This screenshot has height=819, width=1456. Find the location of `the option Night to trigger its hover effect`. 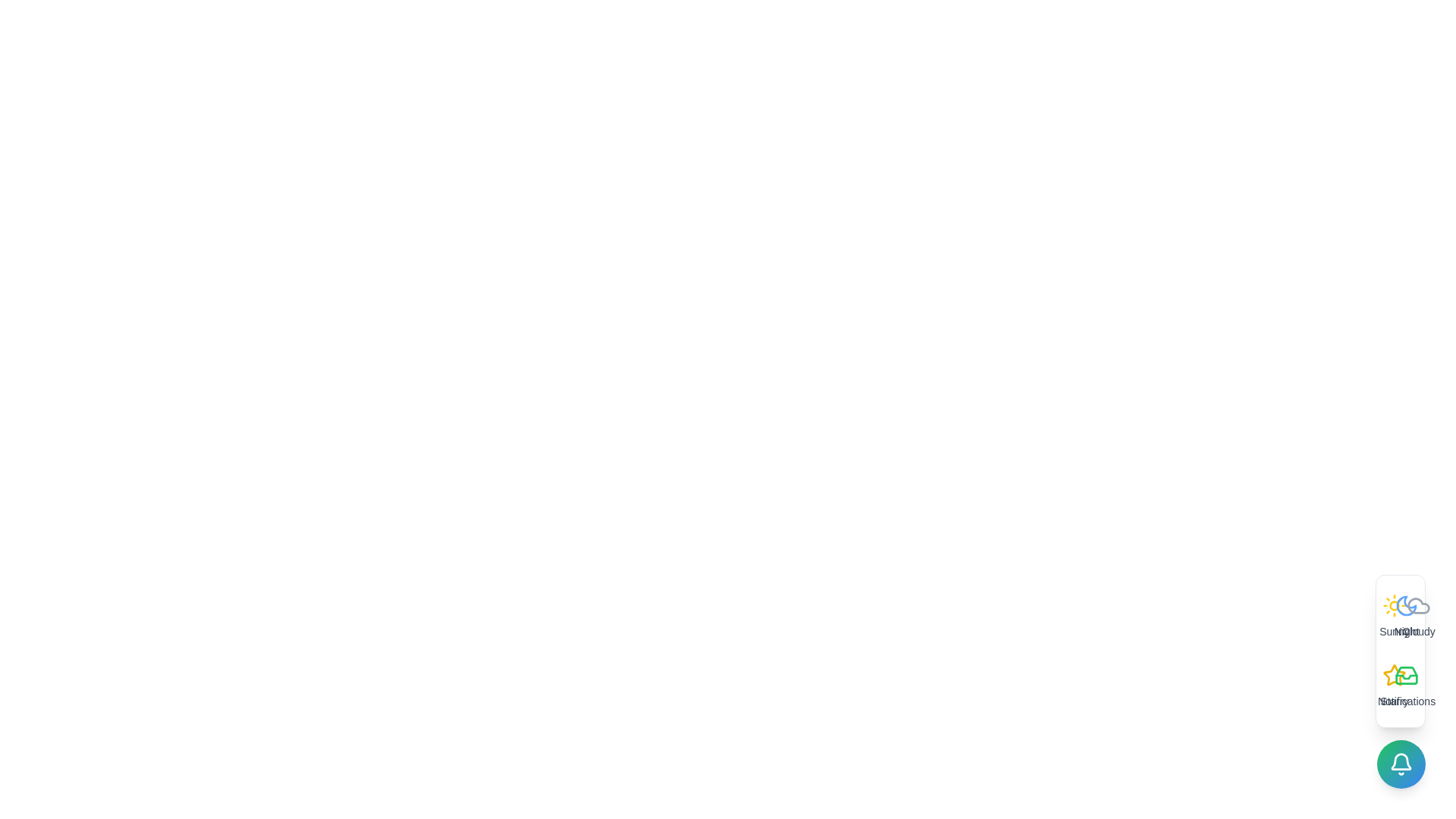

the option Night to trigger its hover effect is located at coordinates (1405, 617).